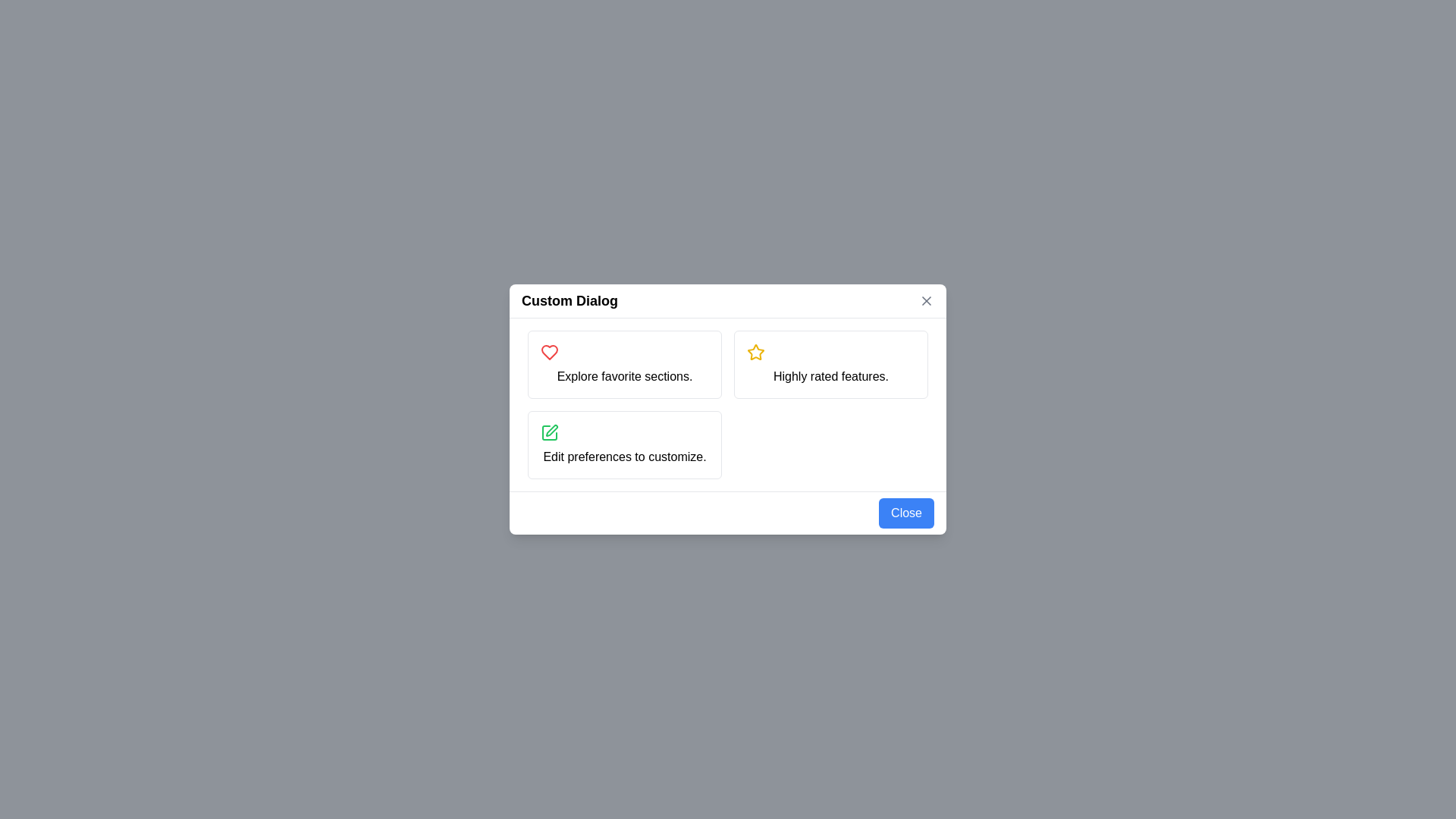  I want to click on the SVG graphic of a heart icon with a red stroke, located above the text 'Explore favorite sections' in the top-left card of the grid layout, so click(548, 353).